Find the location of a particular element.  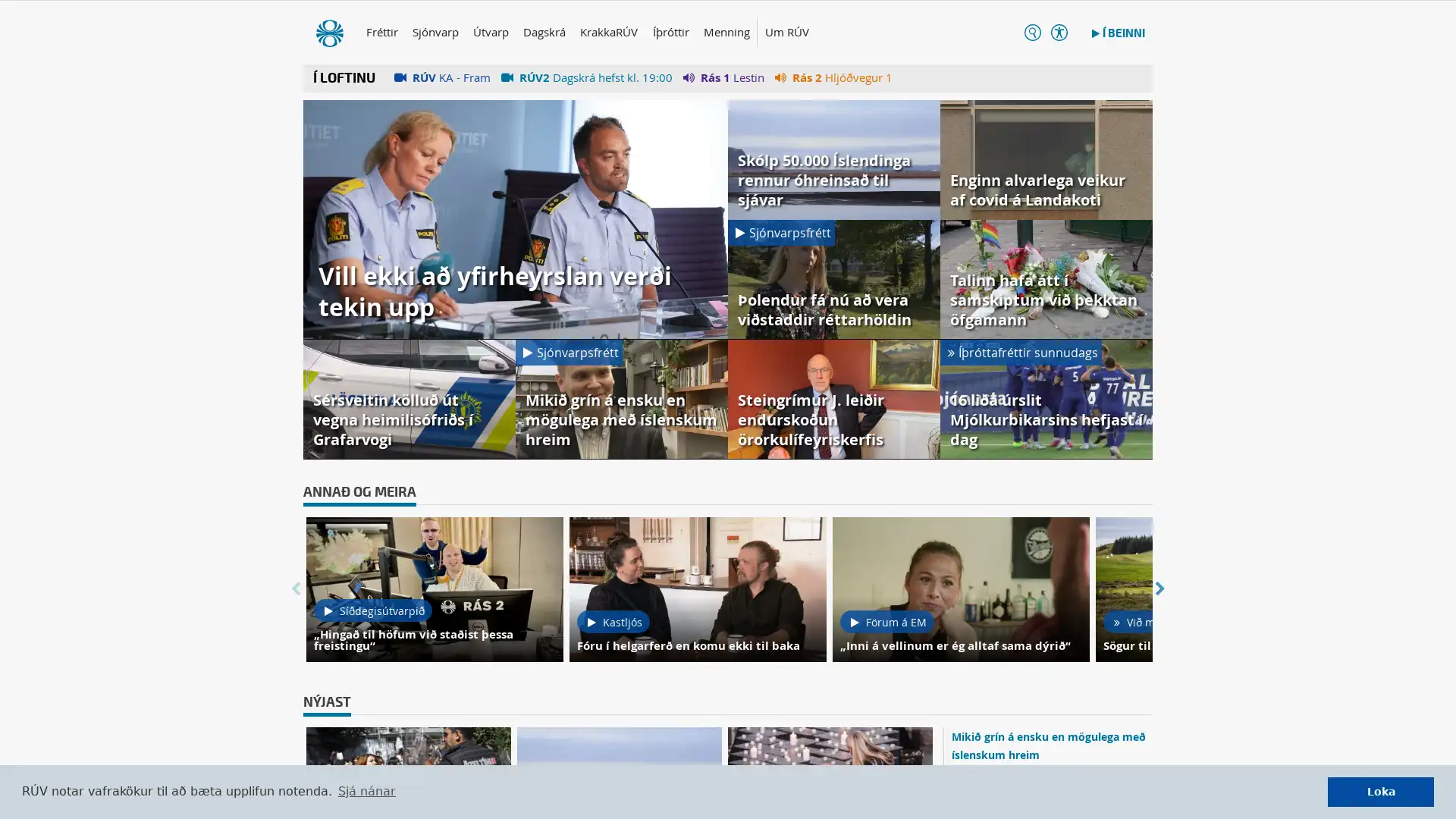

dismiss cookie message is located at coordinates (1380, 791).